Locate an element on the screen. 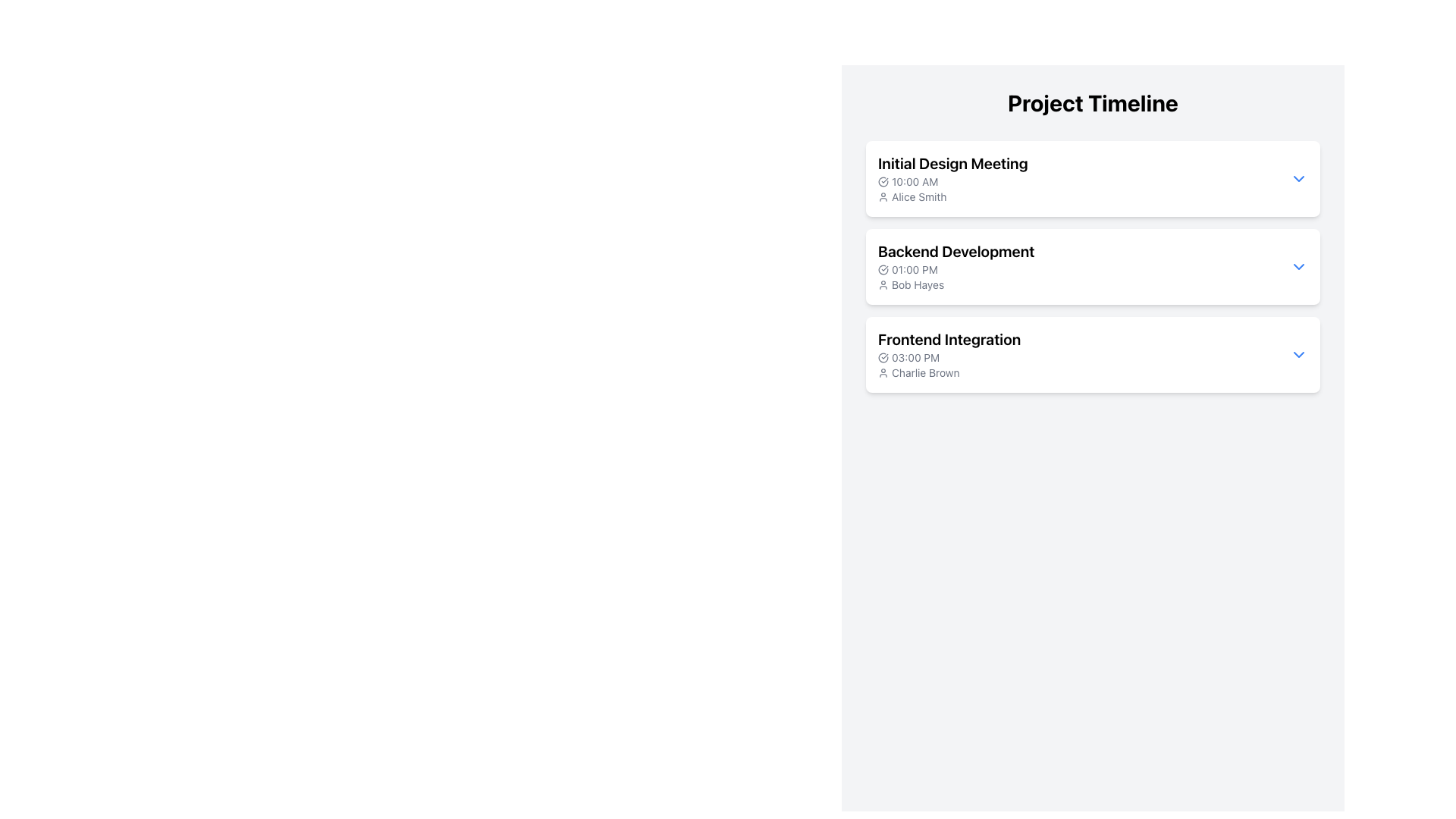  the UI card list item containing the title 'Backend Development', which displays the time '01:00 PM' and the name 'Bob Hayes', located in the middle of a sequence of cards under the 'Initial Design Meeting' section is located at coordinates (1093, 265).